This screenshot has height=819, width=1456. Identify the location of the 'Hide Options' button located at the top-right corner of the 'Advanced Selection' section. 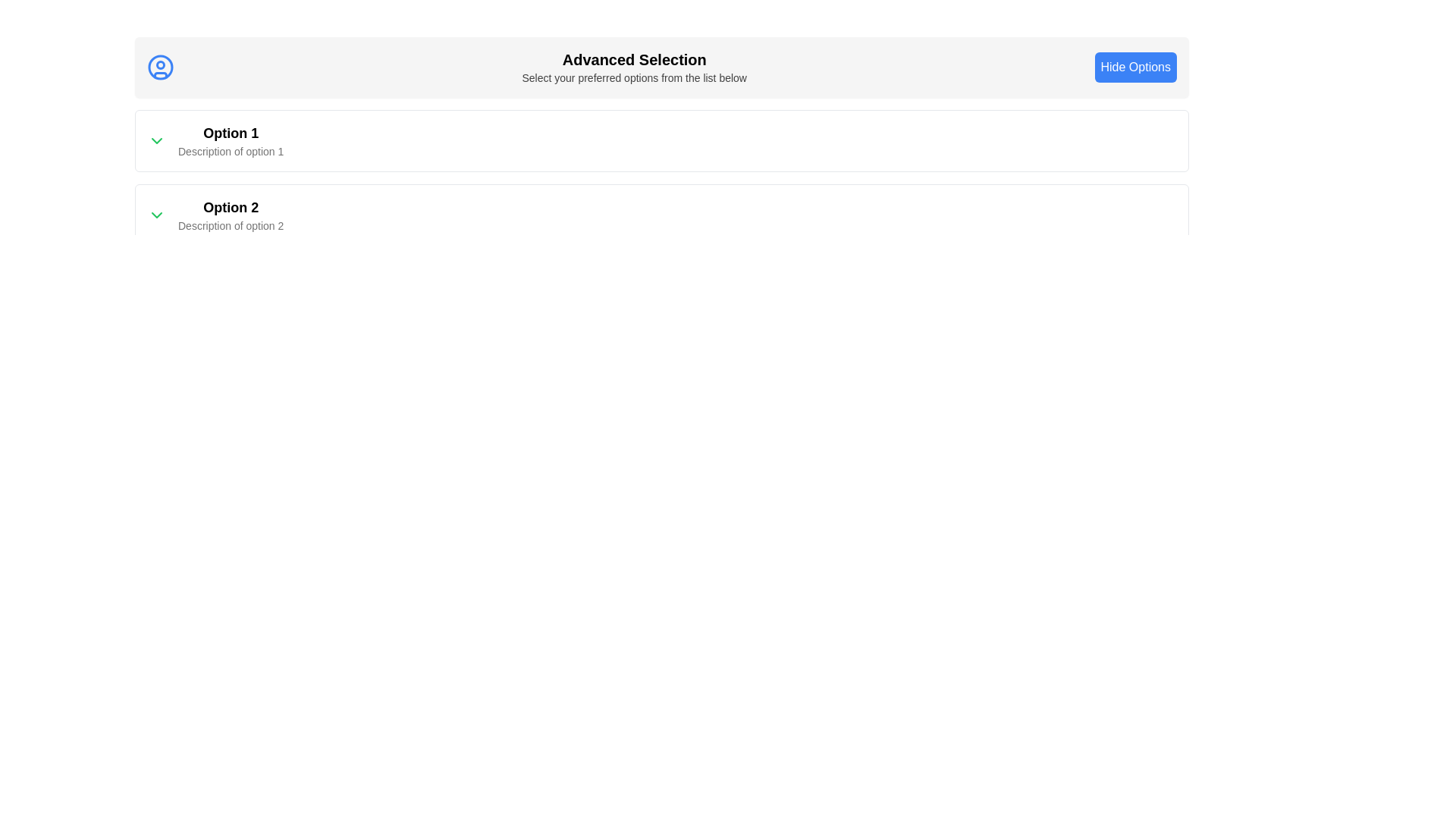
(1135, 66).